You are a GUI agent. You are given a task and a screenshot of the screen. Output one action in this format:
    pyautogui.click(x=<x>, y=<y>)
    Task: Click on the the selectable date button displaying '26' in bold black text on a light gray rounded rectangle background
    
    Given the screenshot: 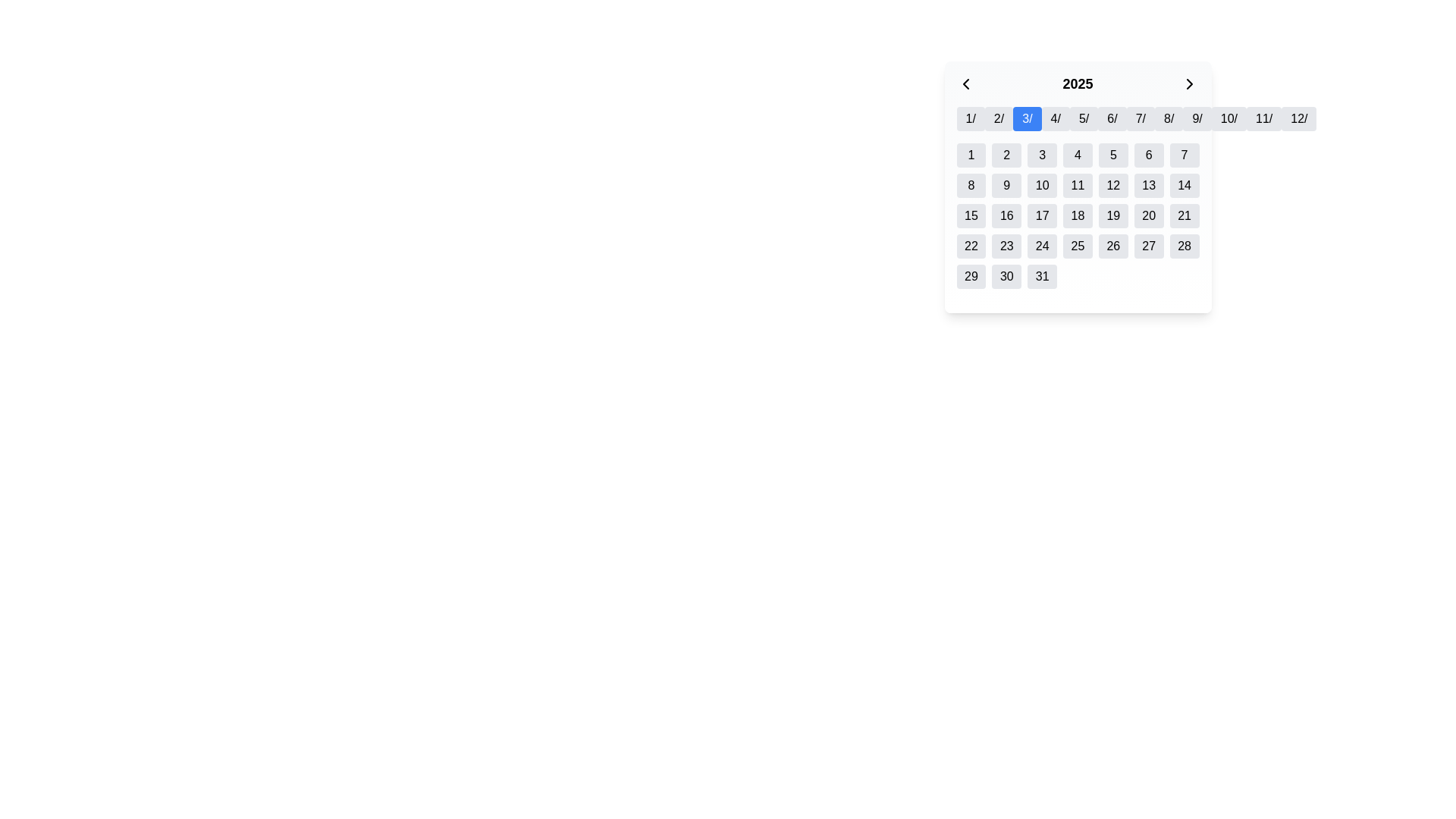 What is the action you would take?
    pyautogui.click(x=1113, y=245)
    